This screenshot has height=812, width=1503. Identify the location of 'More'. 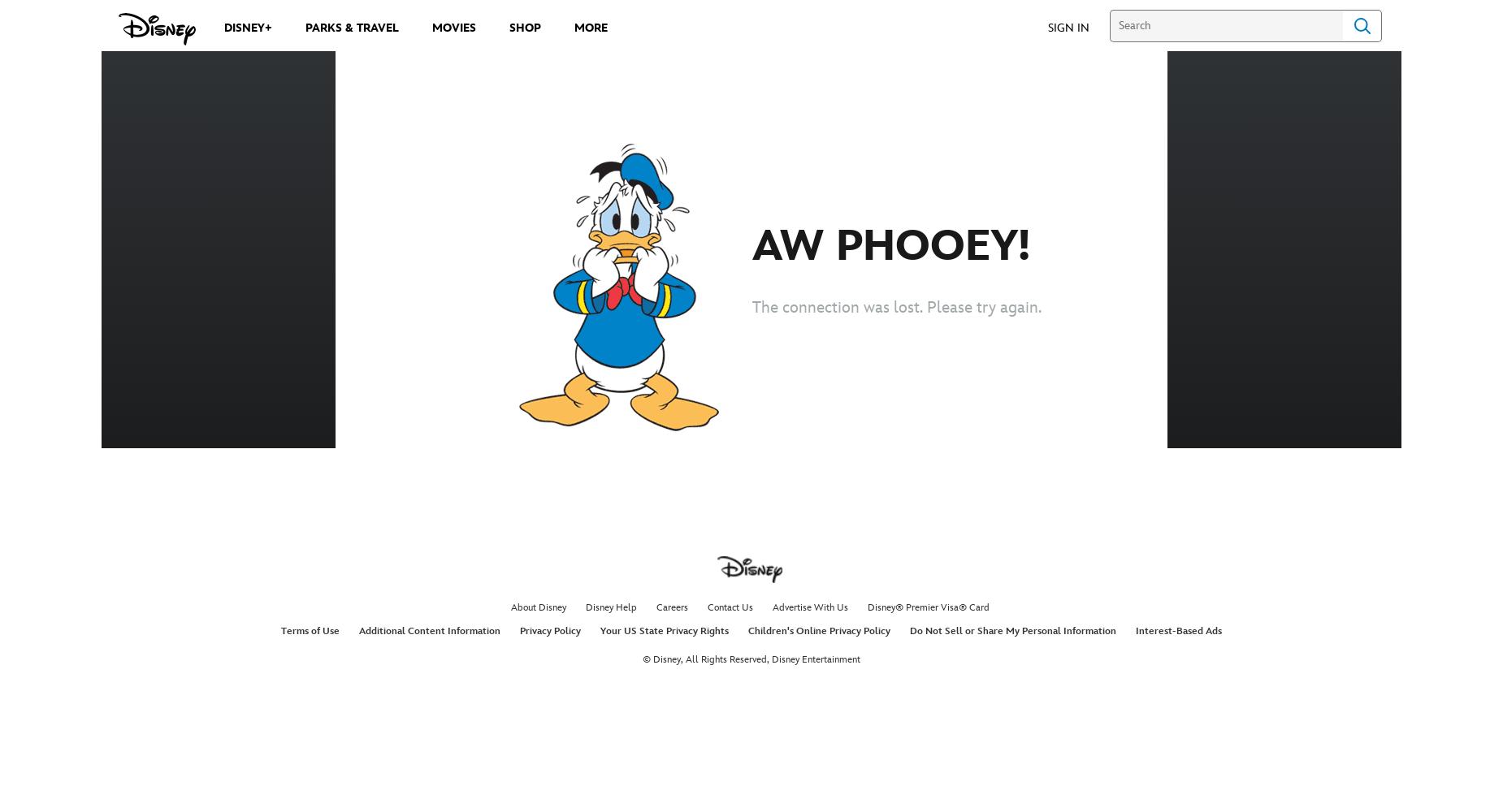
(591, 28).